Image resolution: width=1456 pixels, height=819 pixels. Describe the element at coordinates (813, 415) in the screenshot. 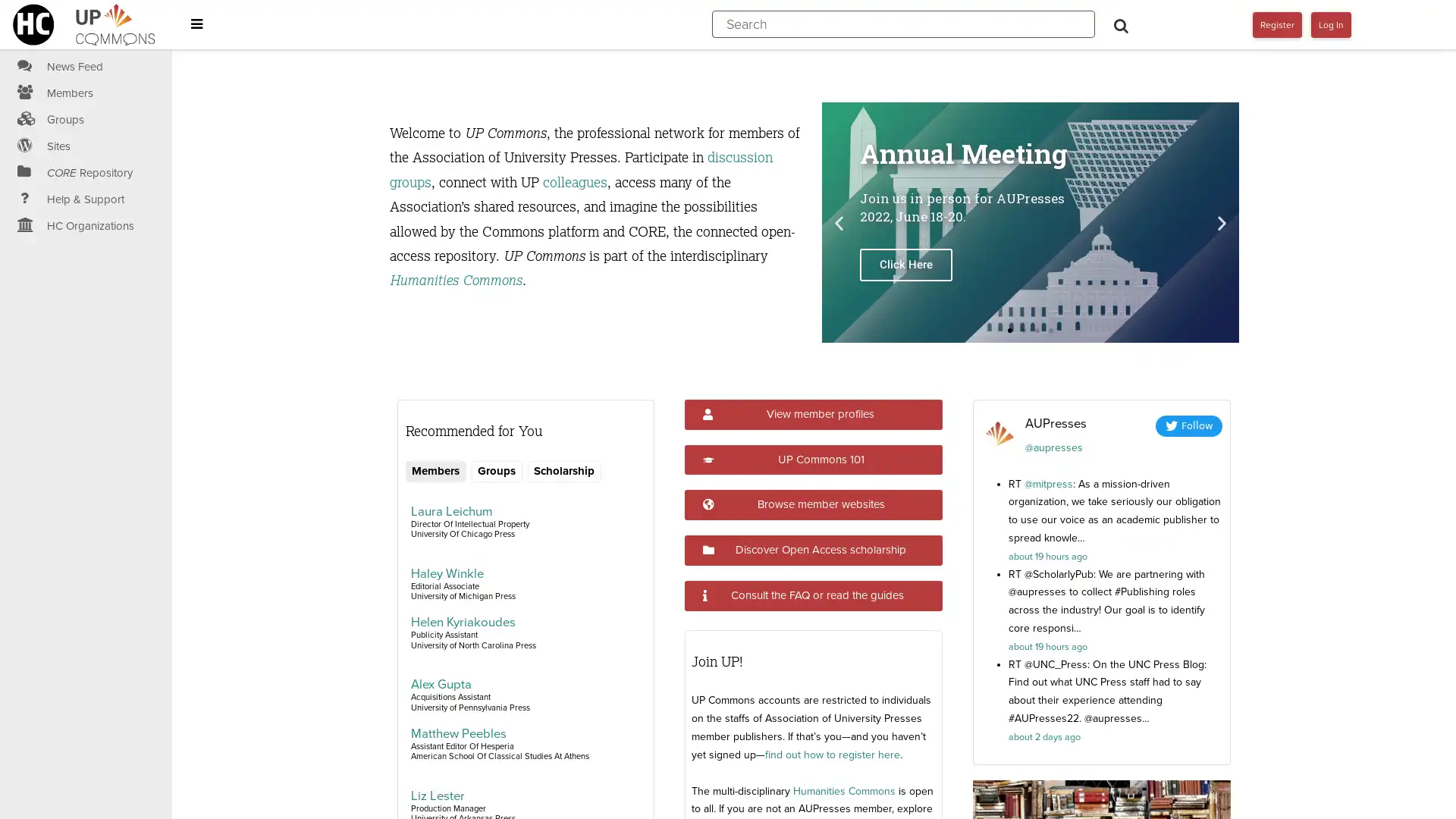

I see `View member profiles` at that location.